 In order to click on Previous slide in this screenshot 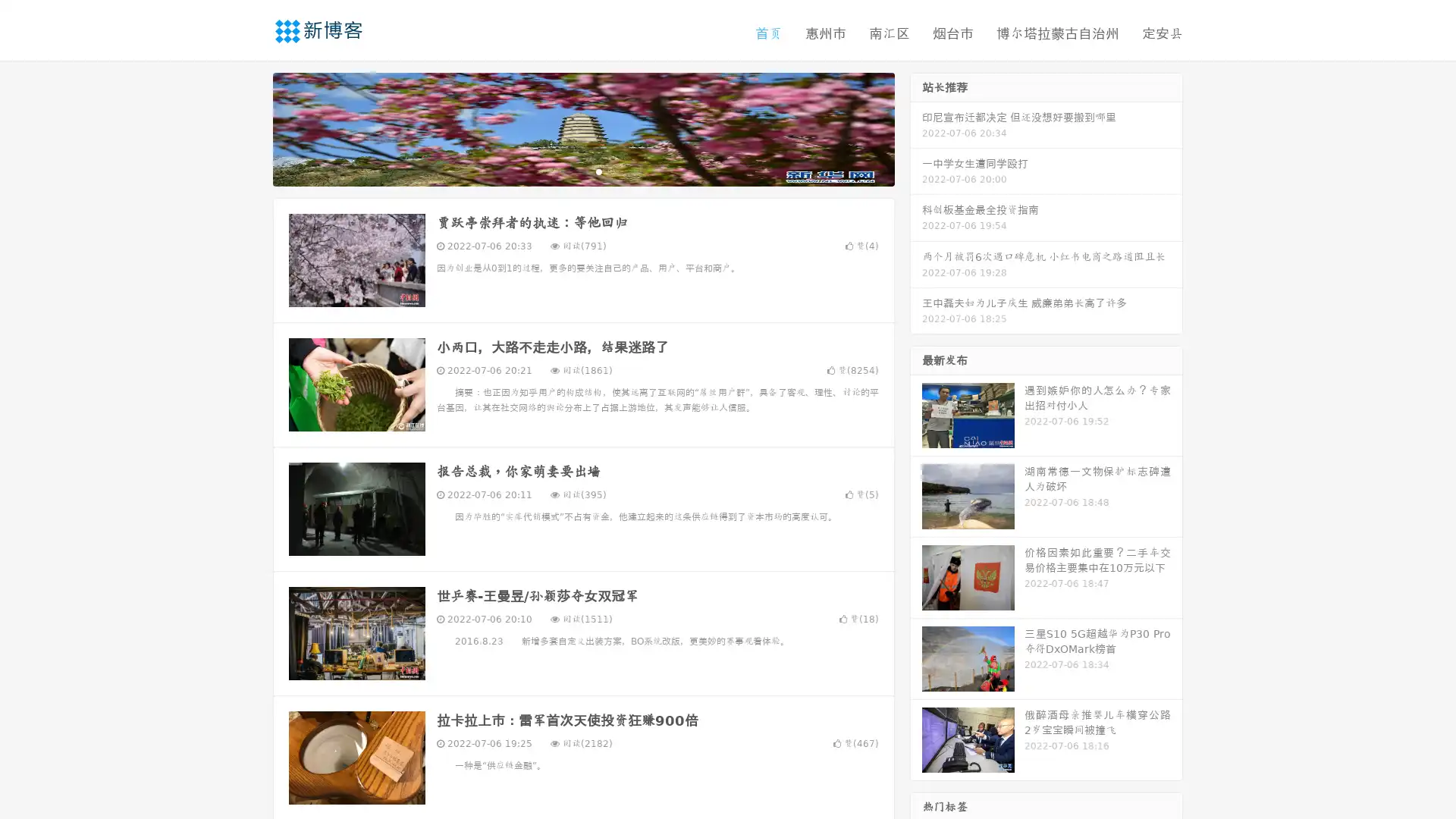, I will do `click(250, 127)`.